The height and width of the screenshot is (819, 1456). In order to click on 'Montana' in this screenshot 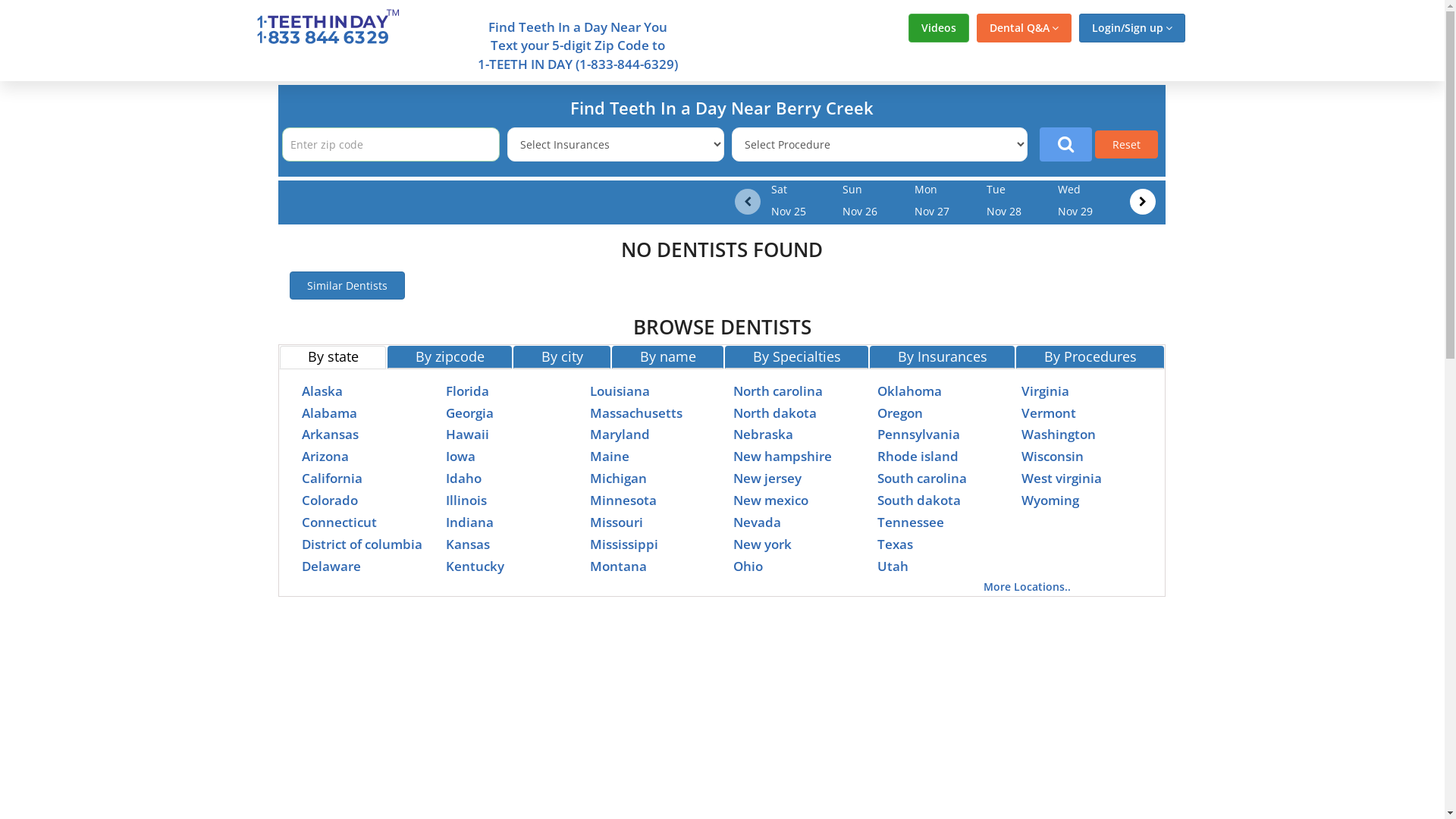, I will do `click(618, 566)`.